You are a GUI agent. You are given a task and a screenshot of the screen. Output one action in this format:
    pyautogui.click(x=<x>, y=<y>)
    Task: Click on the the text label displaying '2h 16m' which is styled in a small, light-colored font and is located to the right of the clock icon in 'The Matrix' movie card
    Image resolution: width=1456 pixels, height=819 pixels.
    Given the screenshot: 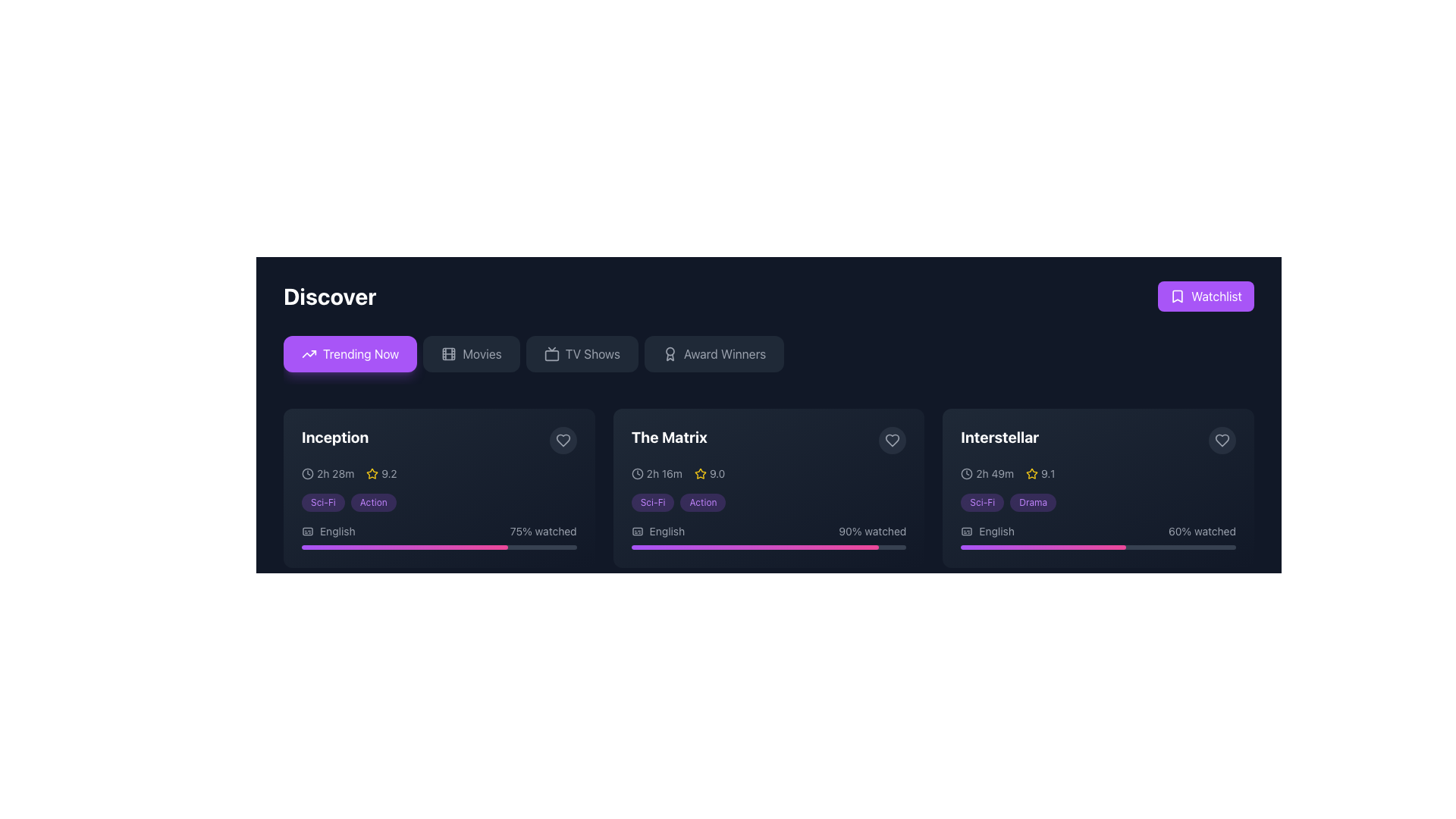 What is the action you would take?
    pyautogui.click(x=664, y=472)
    